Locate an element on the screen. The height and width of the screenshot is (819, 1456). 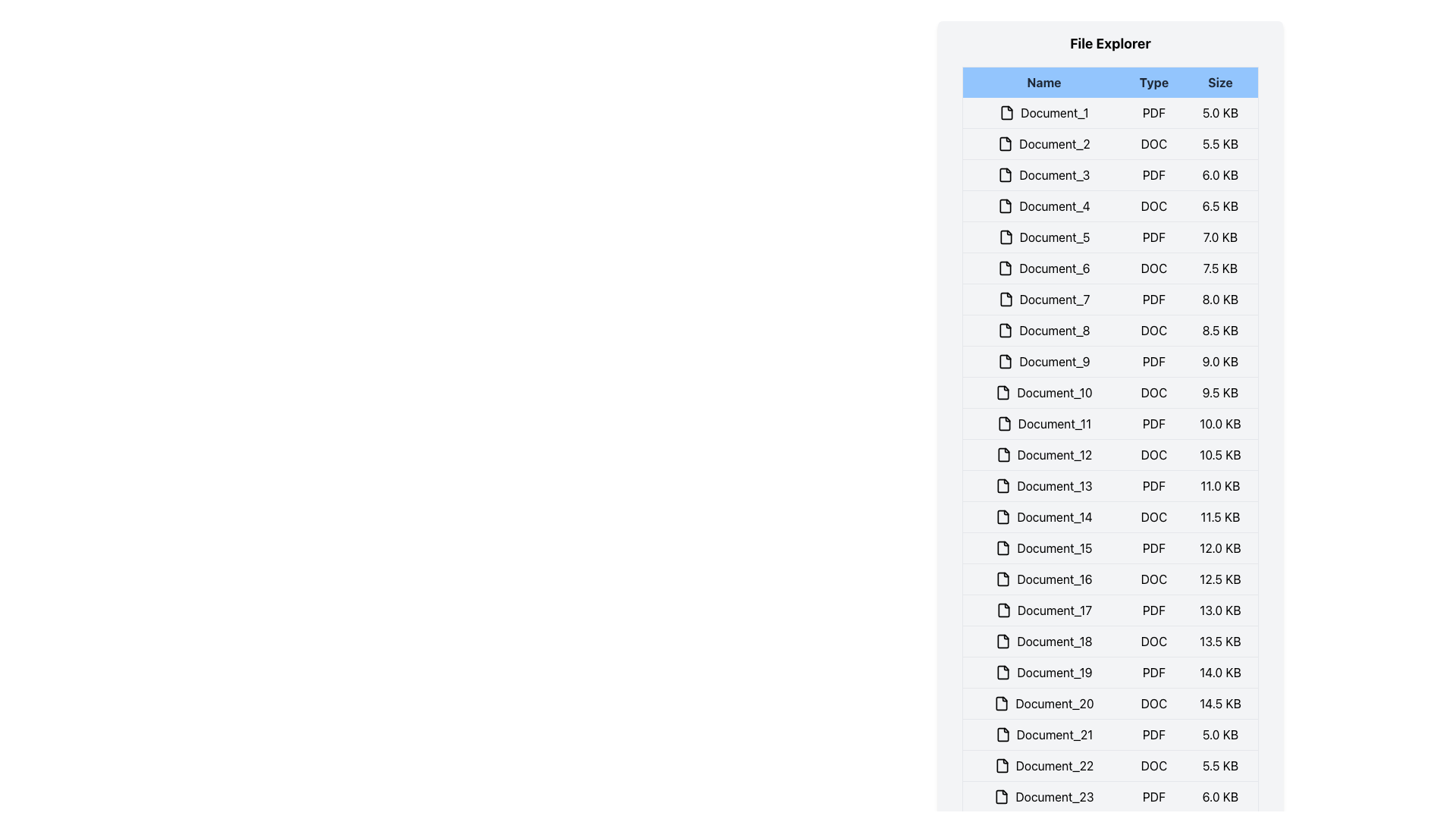
text label displaying the size of the file for 'Document_17', located at the far right of the file information row, in the 'Size' column is located at coordinates (1220, 610).